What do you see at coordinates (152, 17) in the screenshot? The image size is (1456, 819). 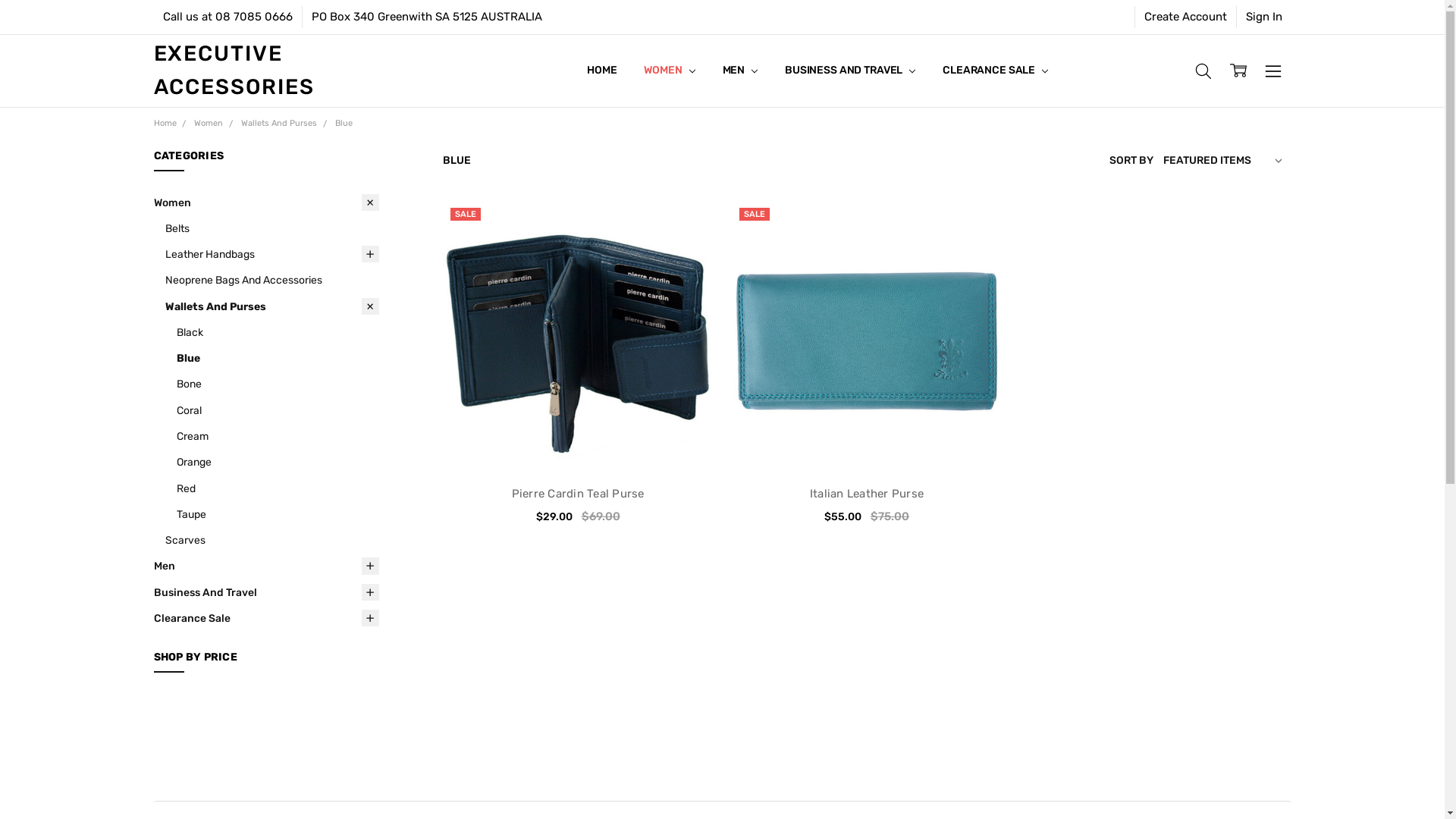 I see `'Call us at 08 7085 0666'` at bounding box center [152, 17].